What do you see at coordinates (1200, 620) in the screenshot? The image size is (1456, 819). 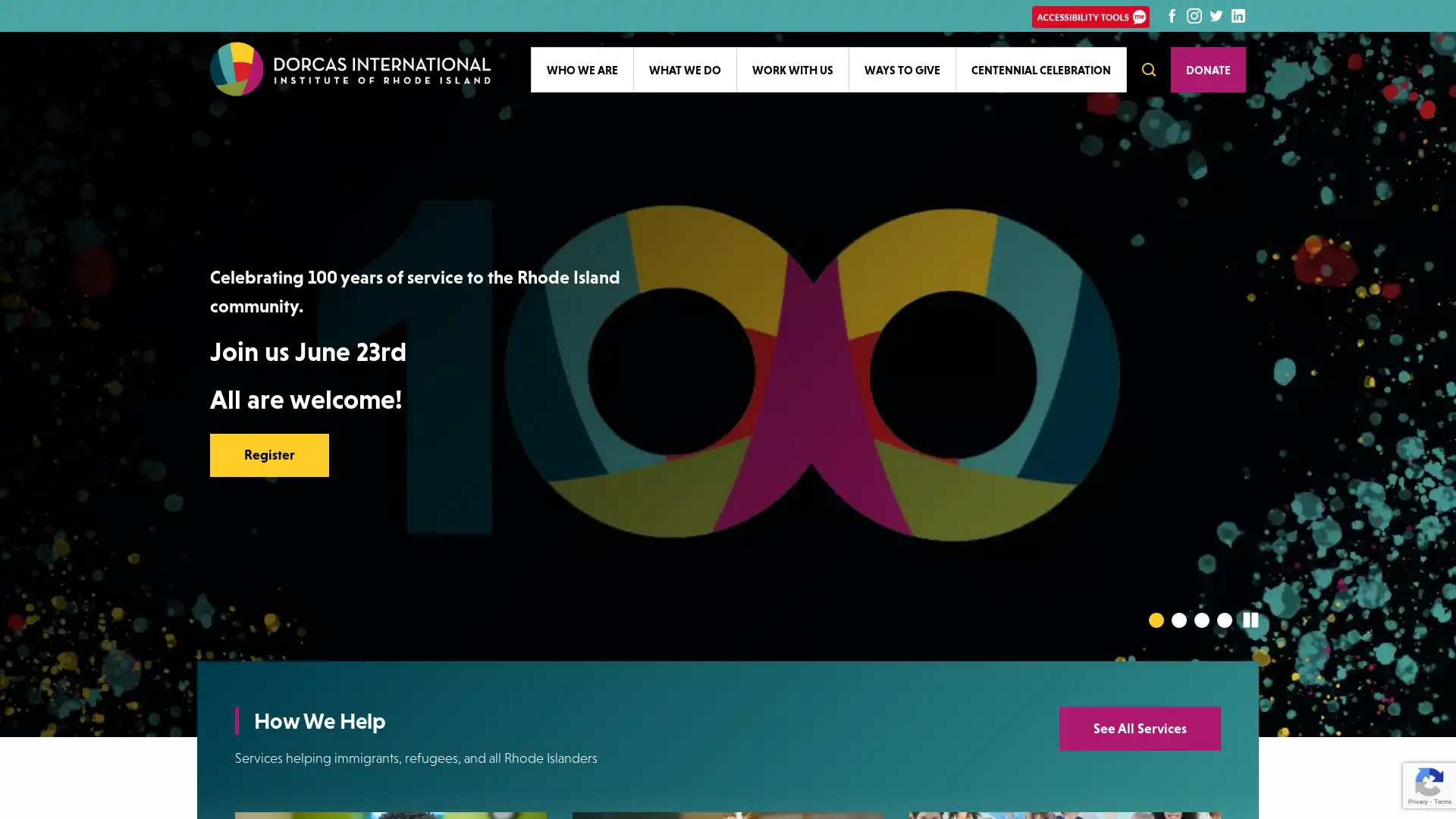 I see `Go to slide 3` at bounding box center [1200, 620].